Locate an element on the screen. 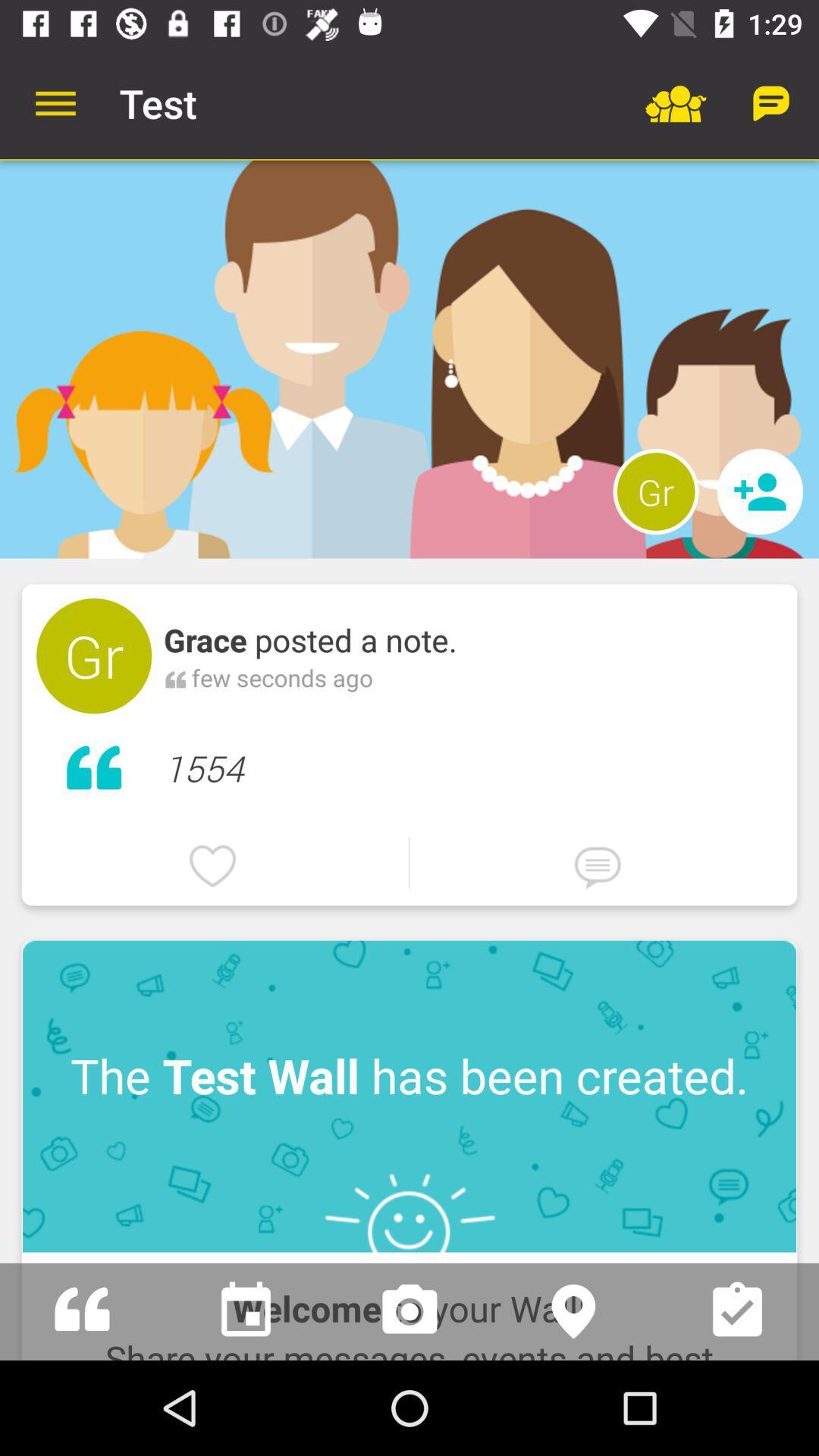 The width and height of the screenshot is (819, 1456). post a note is located at coordinates (82, 1310).